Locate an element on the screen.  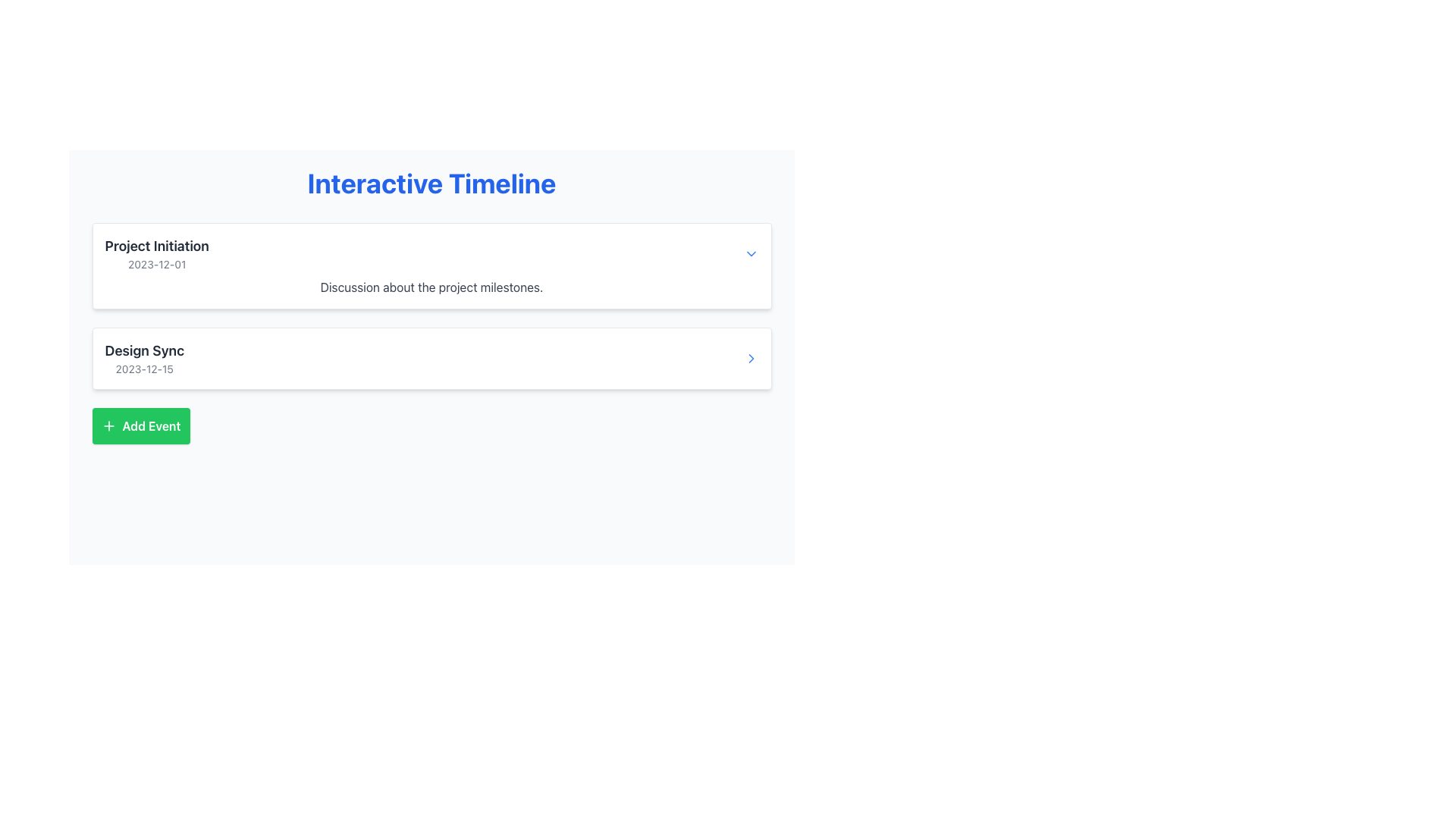
the static text element that represents the date, positioned centrally below the 'Project Initiation' heading is located at coordinates (157, 263).